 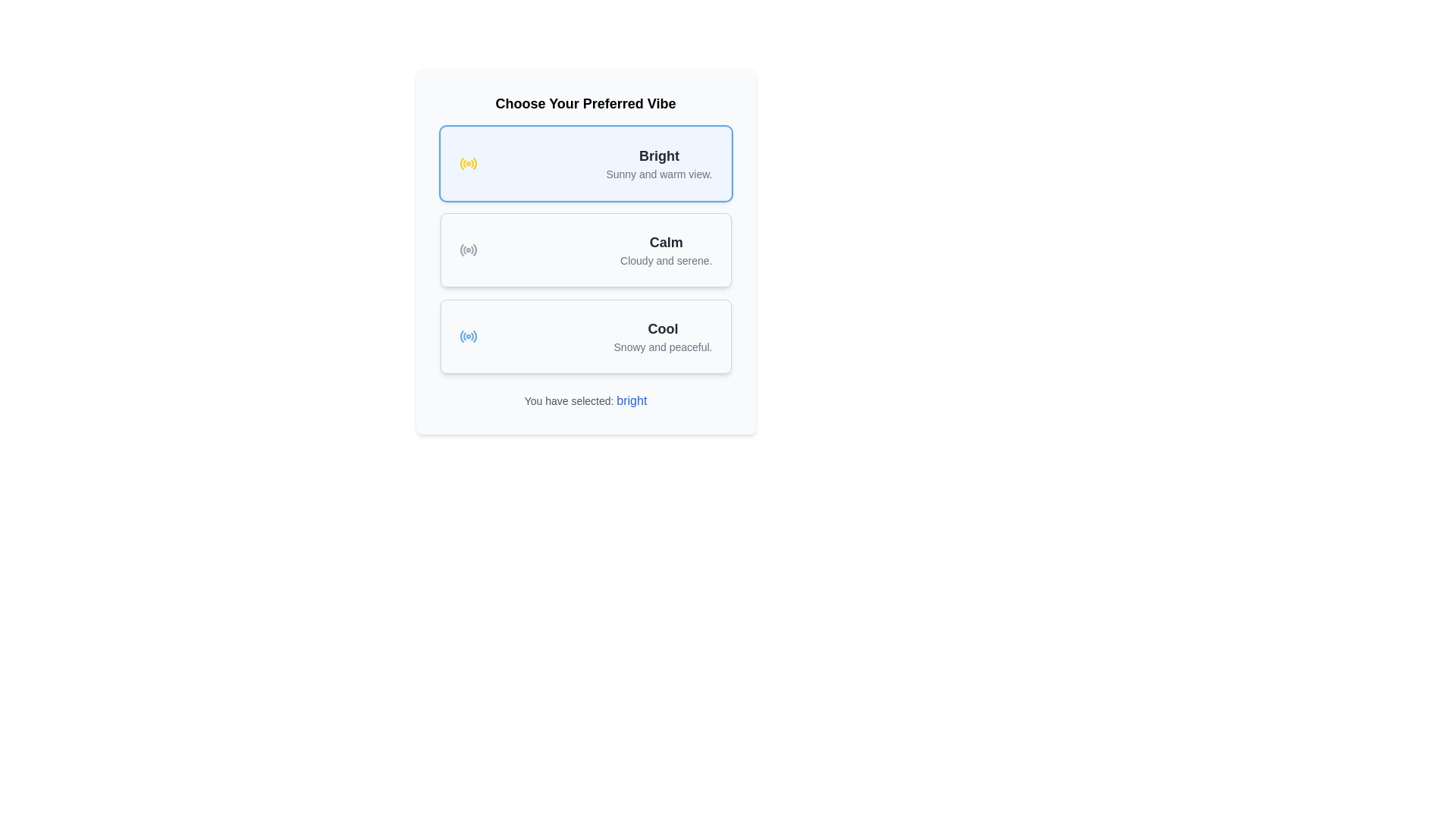 I want to click on the text label that says 'You have selected:', which is a small-sized gray font located at the bottom of the central panel above the 'bright' text, so click(x=570, y=400).